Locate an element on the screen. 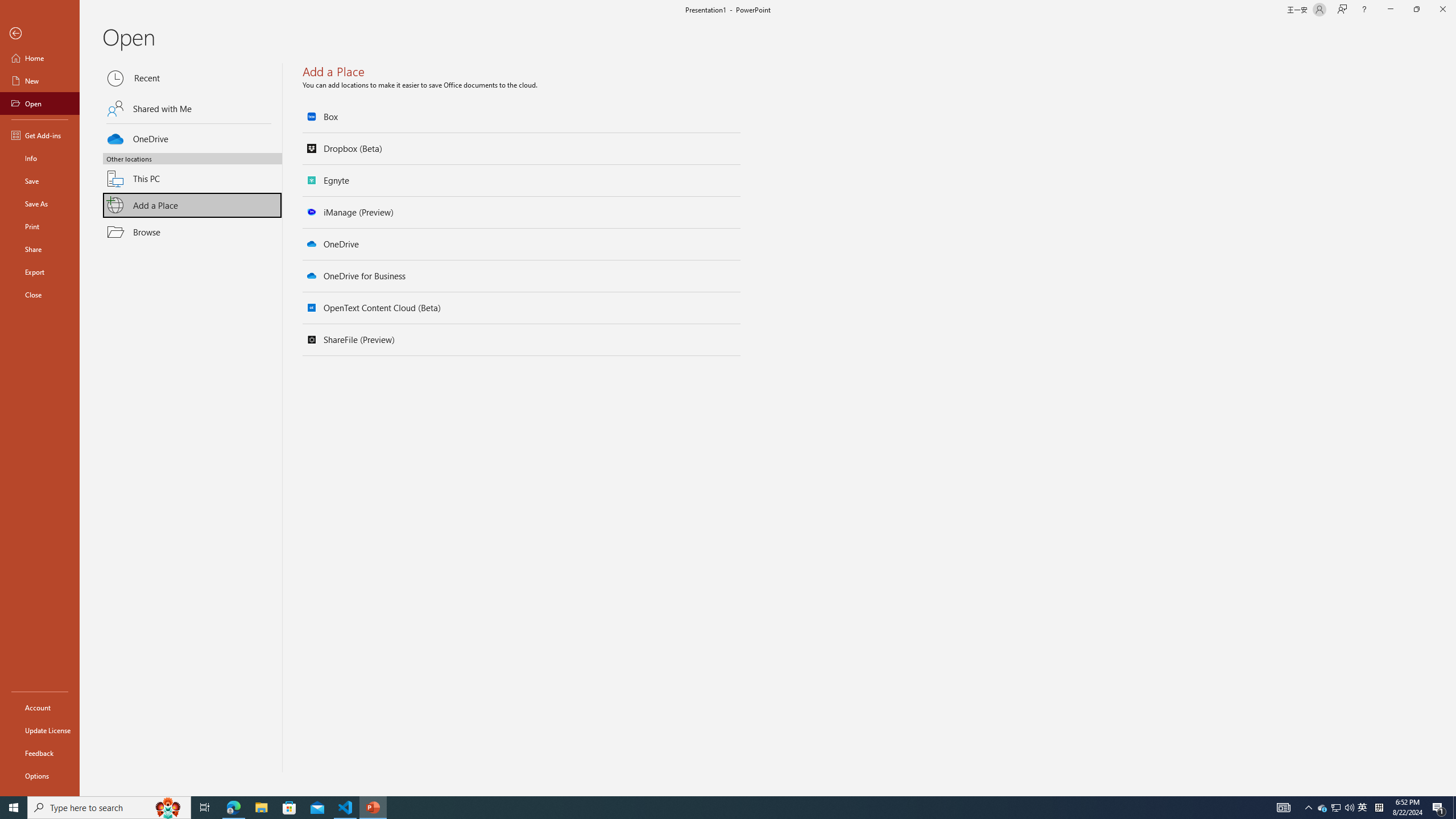 The height and width of the screenshot is (819, 1456). 'Print' is located at coordinates (39, 226).